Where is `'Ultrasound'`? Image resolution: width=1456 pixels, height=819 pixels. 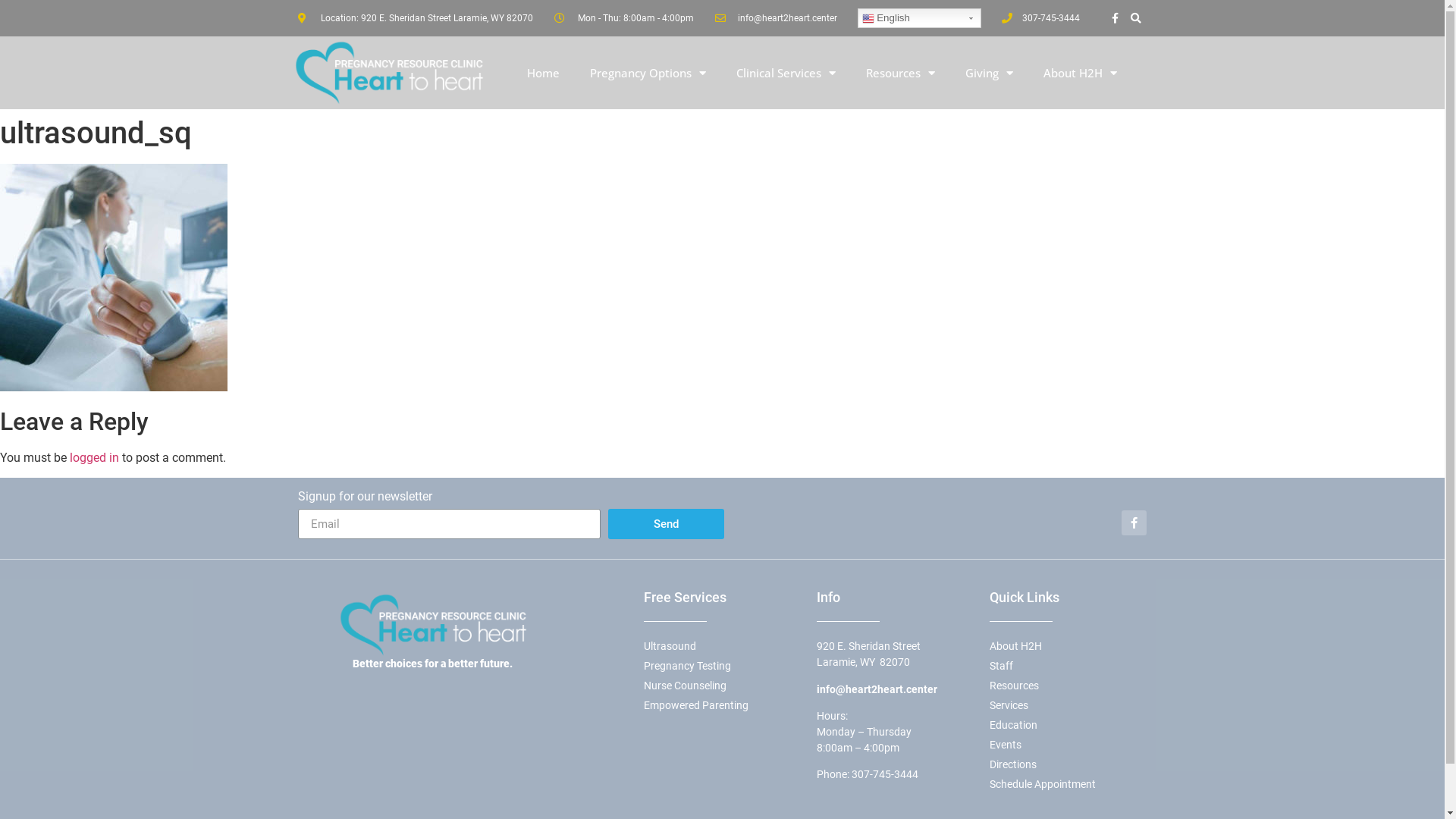 'Ultrasound' is located at coordinates (720, 646).